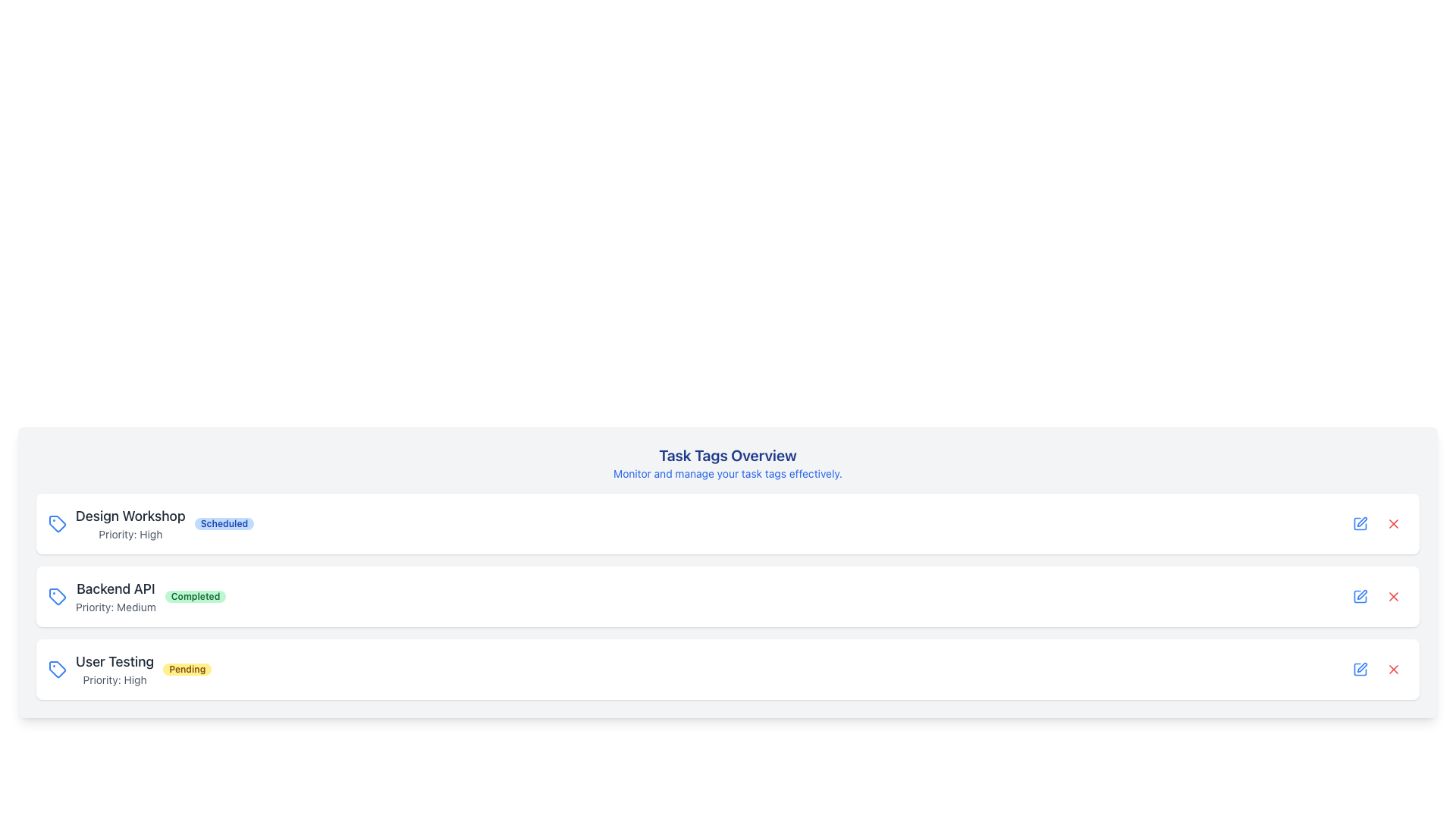  Describe the element at coordinates (1360, 669) in the screenshot. I see `the Edit Icon located at the far-right corner of the bottom-most listed item` at that location.